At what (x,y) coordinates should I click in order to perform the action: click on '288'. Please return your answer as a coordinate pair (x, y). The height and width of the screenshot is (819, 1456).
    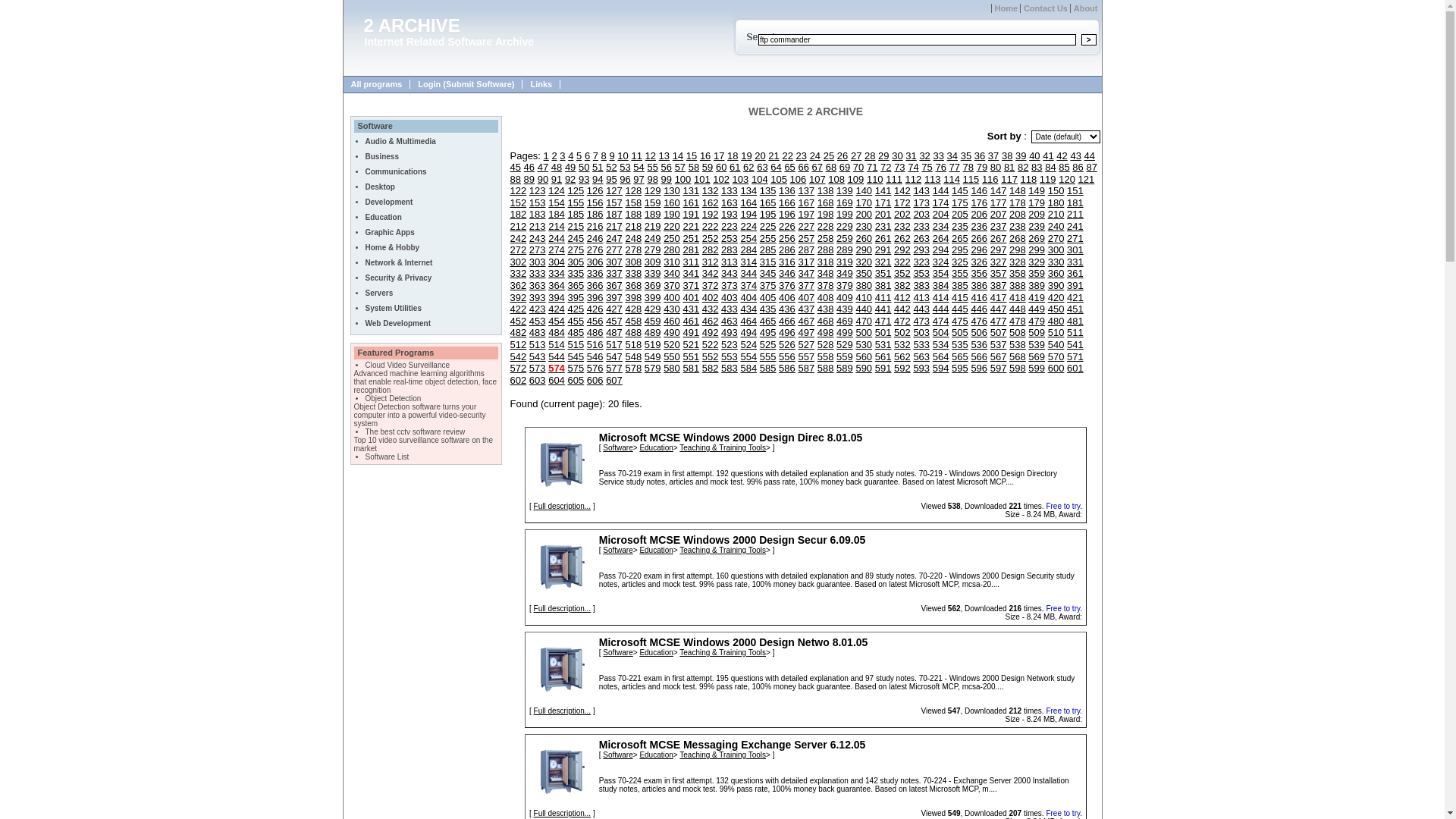
    Looking at the image, I should click on (825, 249).